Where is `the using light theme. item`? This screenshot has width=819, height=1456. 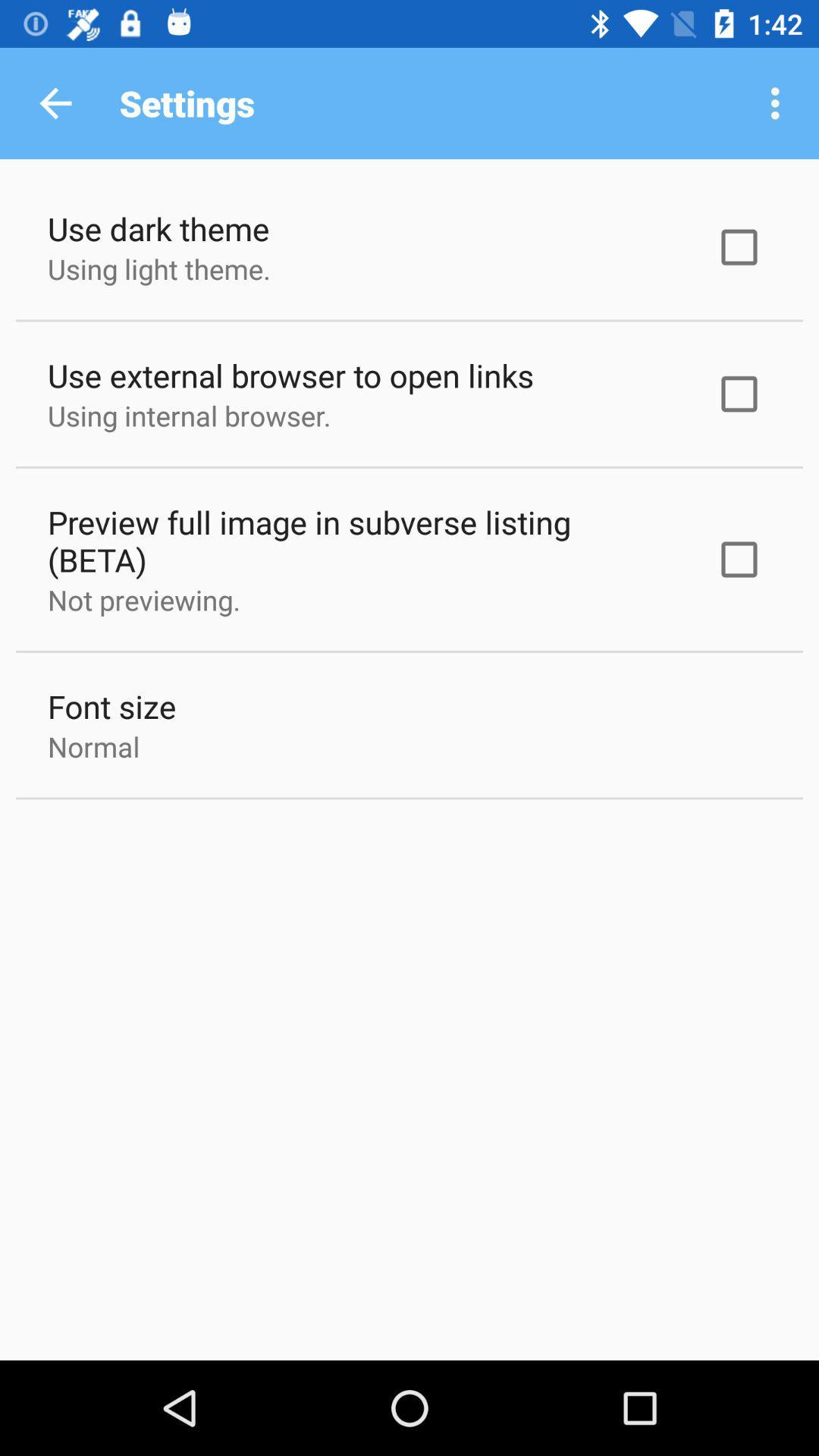
the using light theme. item is located at coordinates (158, 268).